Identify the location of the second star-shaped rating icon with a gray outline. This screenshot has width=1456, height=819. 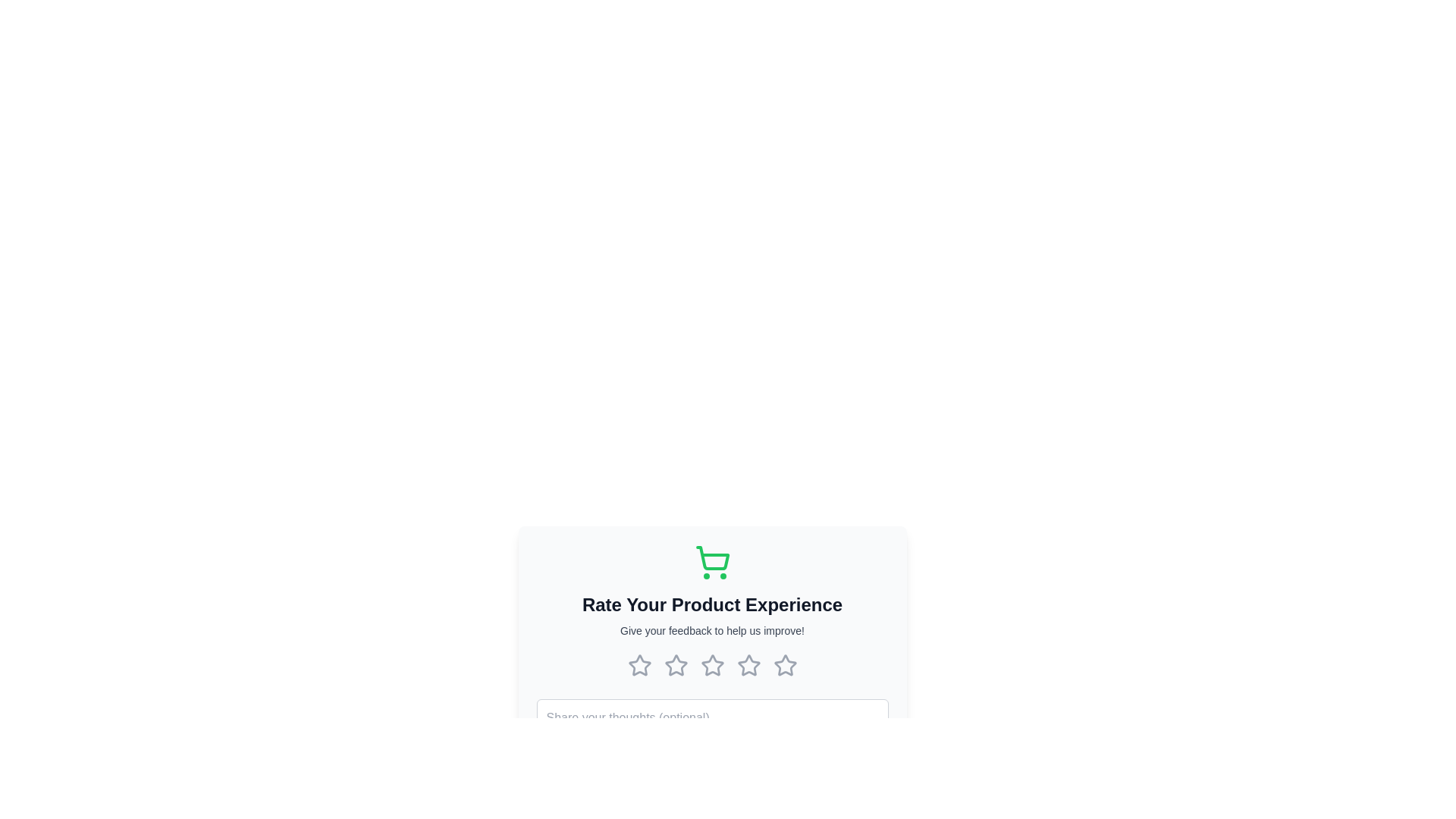
(711, 665).